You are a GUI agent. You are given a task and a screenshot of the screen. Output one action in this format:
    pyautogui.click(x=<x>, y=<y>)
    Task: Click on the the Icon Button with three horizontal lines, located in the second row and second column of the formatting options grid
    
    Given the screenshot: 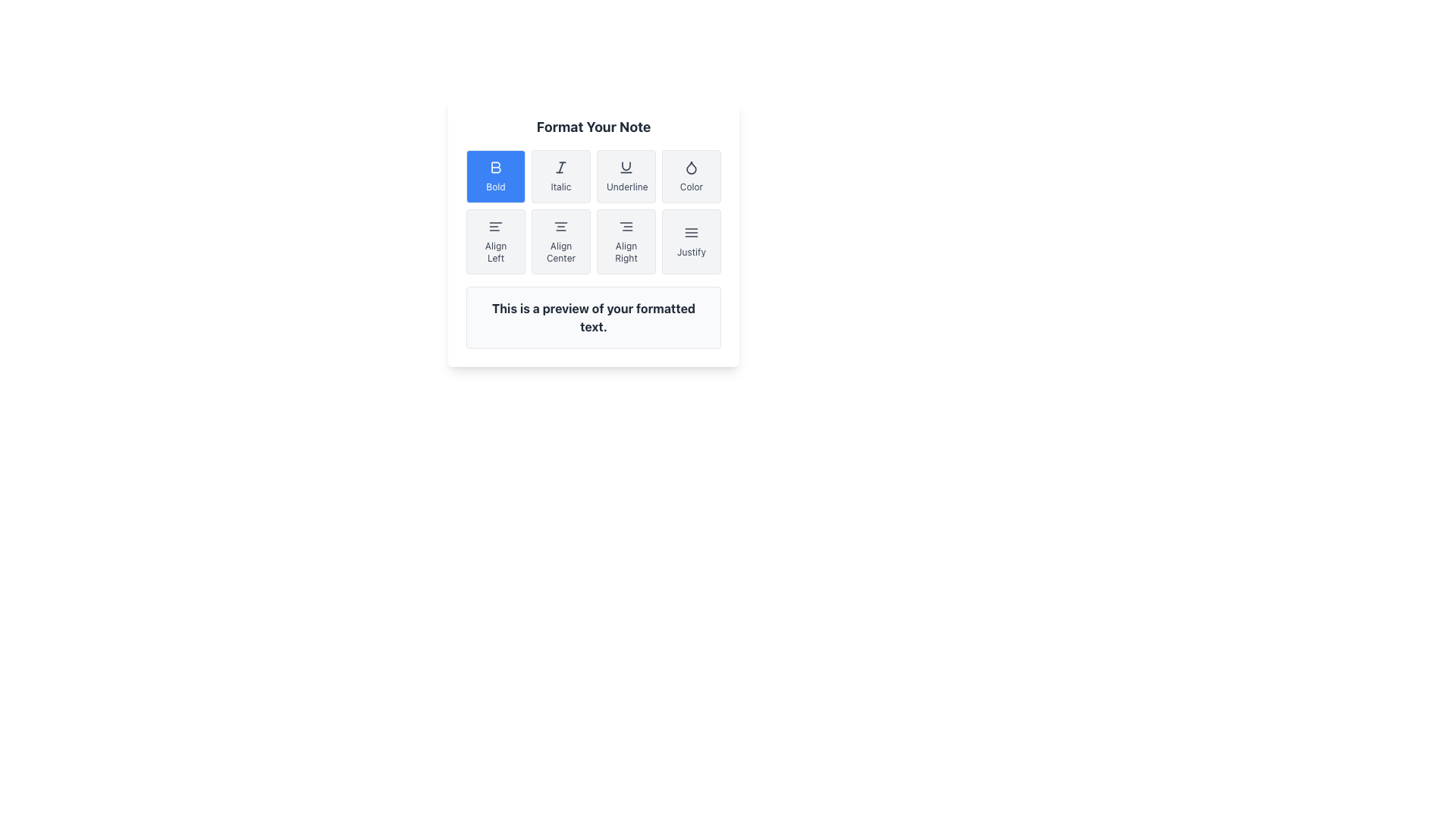 What is the action you would take?
    pyautogui.click(x=560, y=227)
    